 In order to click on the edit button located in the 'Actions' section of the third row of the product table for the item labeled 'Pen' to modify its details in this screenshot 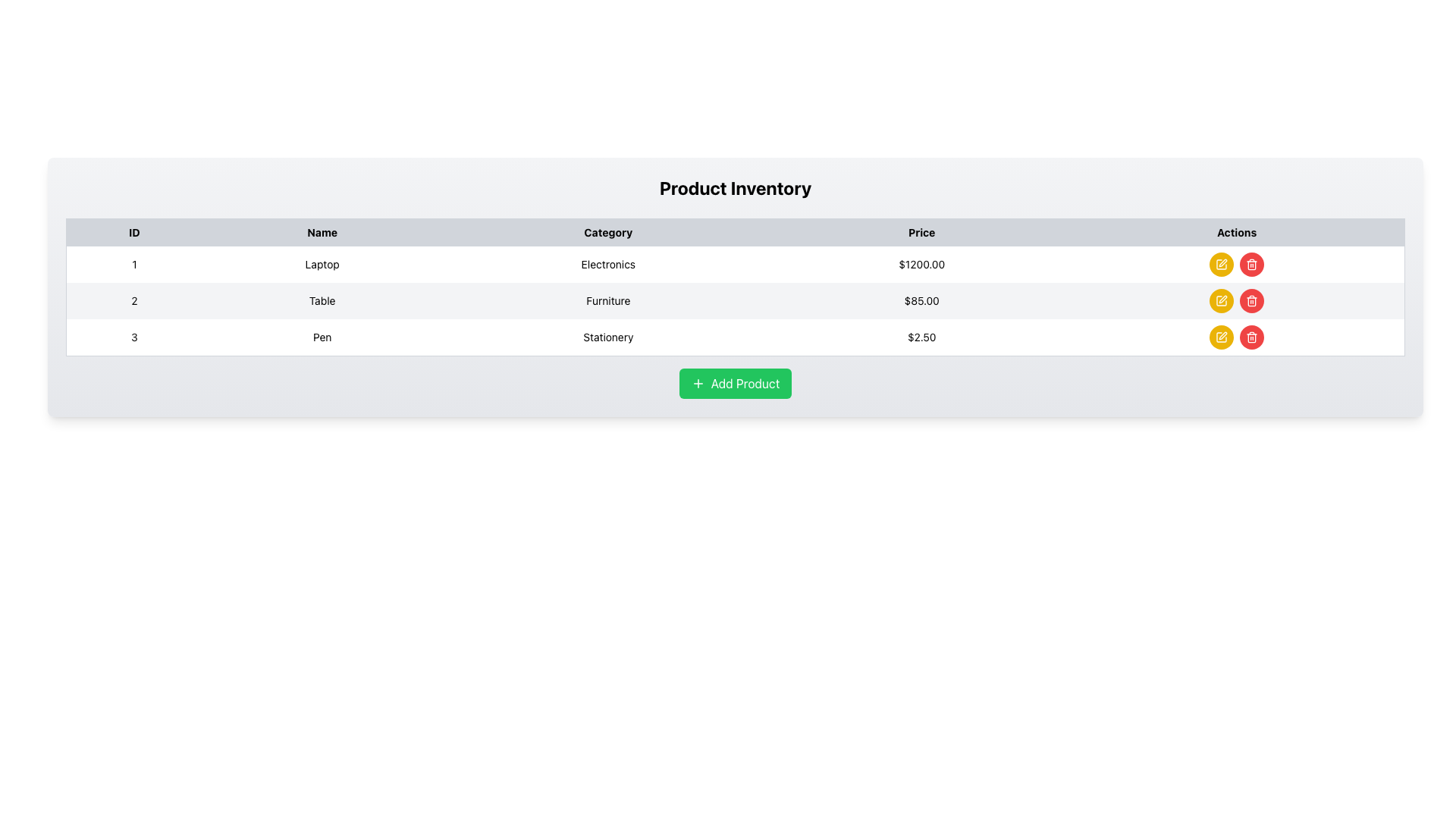, I will do `click(1223, 299)`.